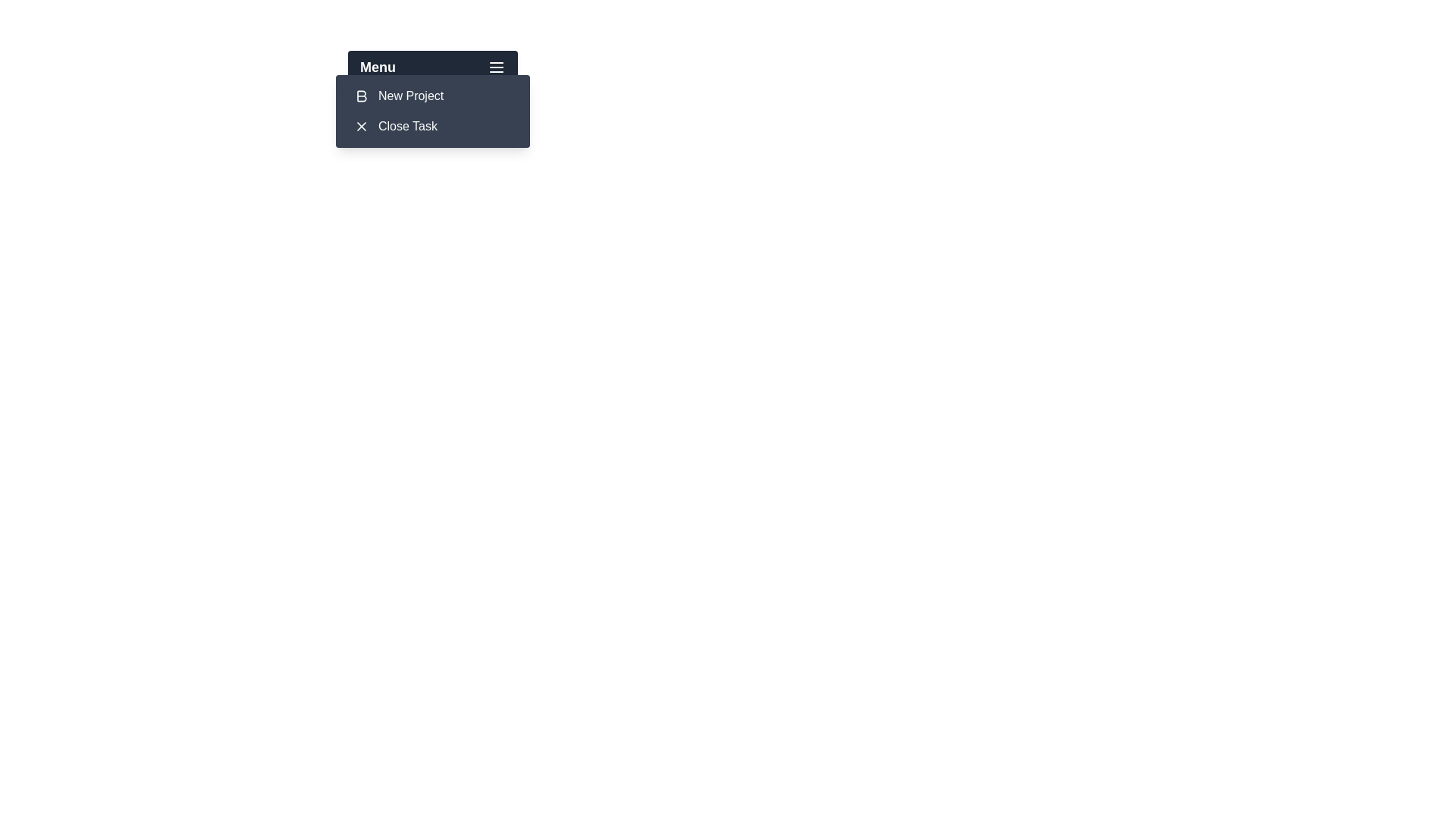 The height and width of the screenshot is (819, 1456). What do you see at coordinates (432, 96) in the screenshot?
I see `the first item in the dropdown menu under the 'Menu' header` at bounding box center [432, 96].